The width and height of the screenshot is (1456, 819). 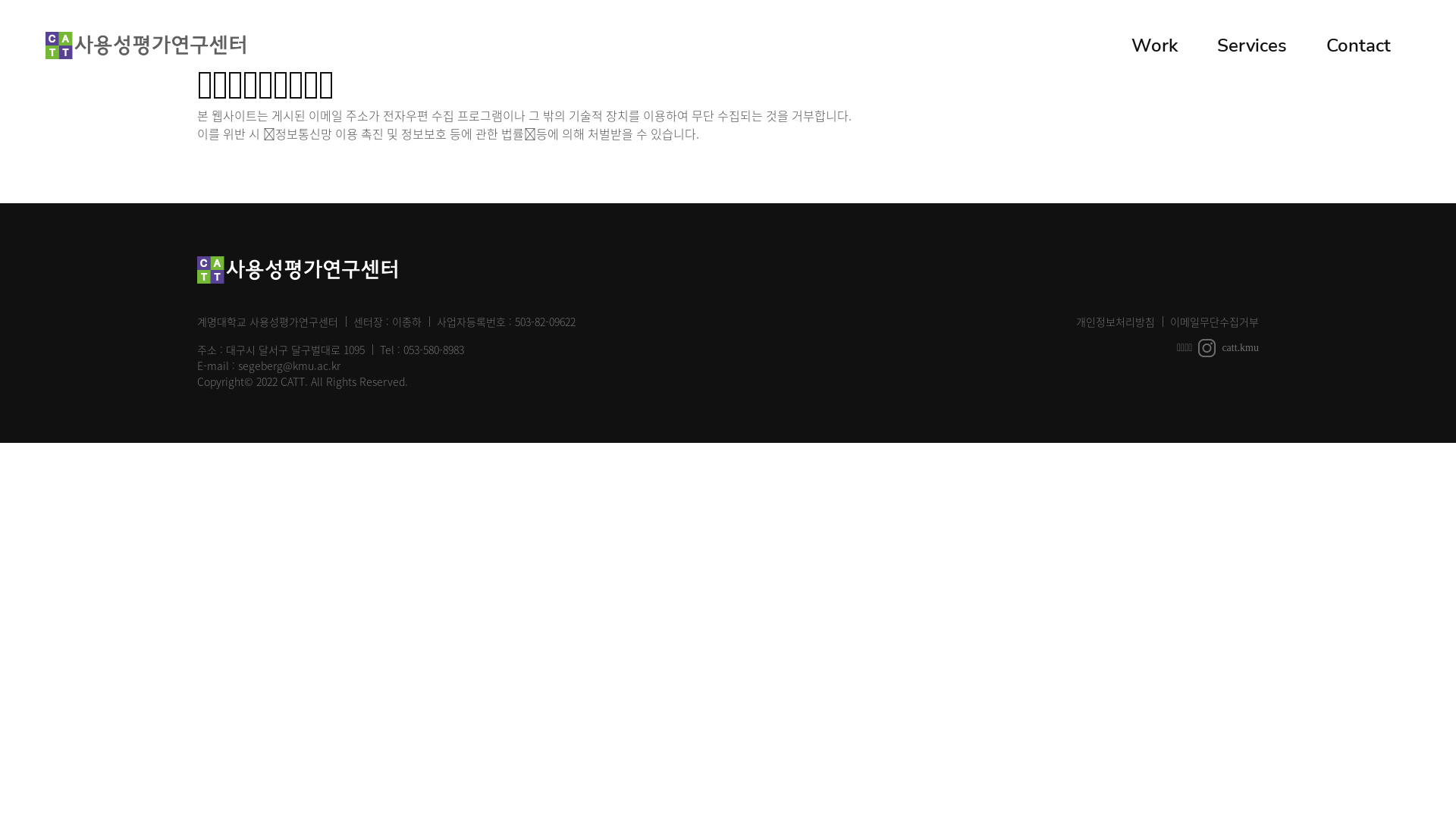 What do you see at coordinates (1306, 45) in the screenshot?
I see `'Contact'` at bounding box center [1306, 45].